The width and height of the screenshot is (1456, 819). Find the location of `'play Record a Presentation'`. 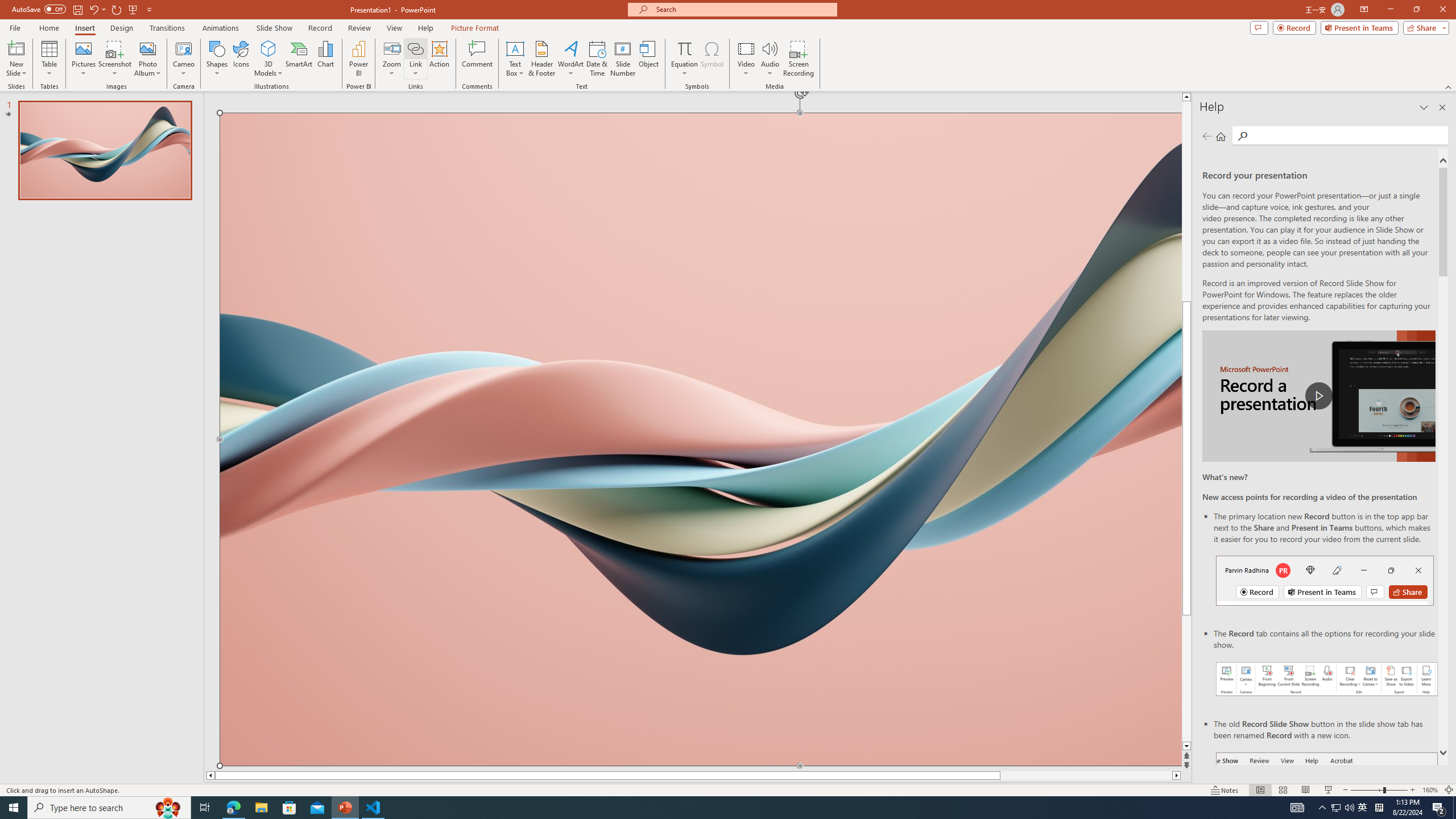

'play Record a Presentation' is located at coordinates (1318, 396).